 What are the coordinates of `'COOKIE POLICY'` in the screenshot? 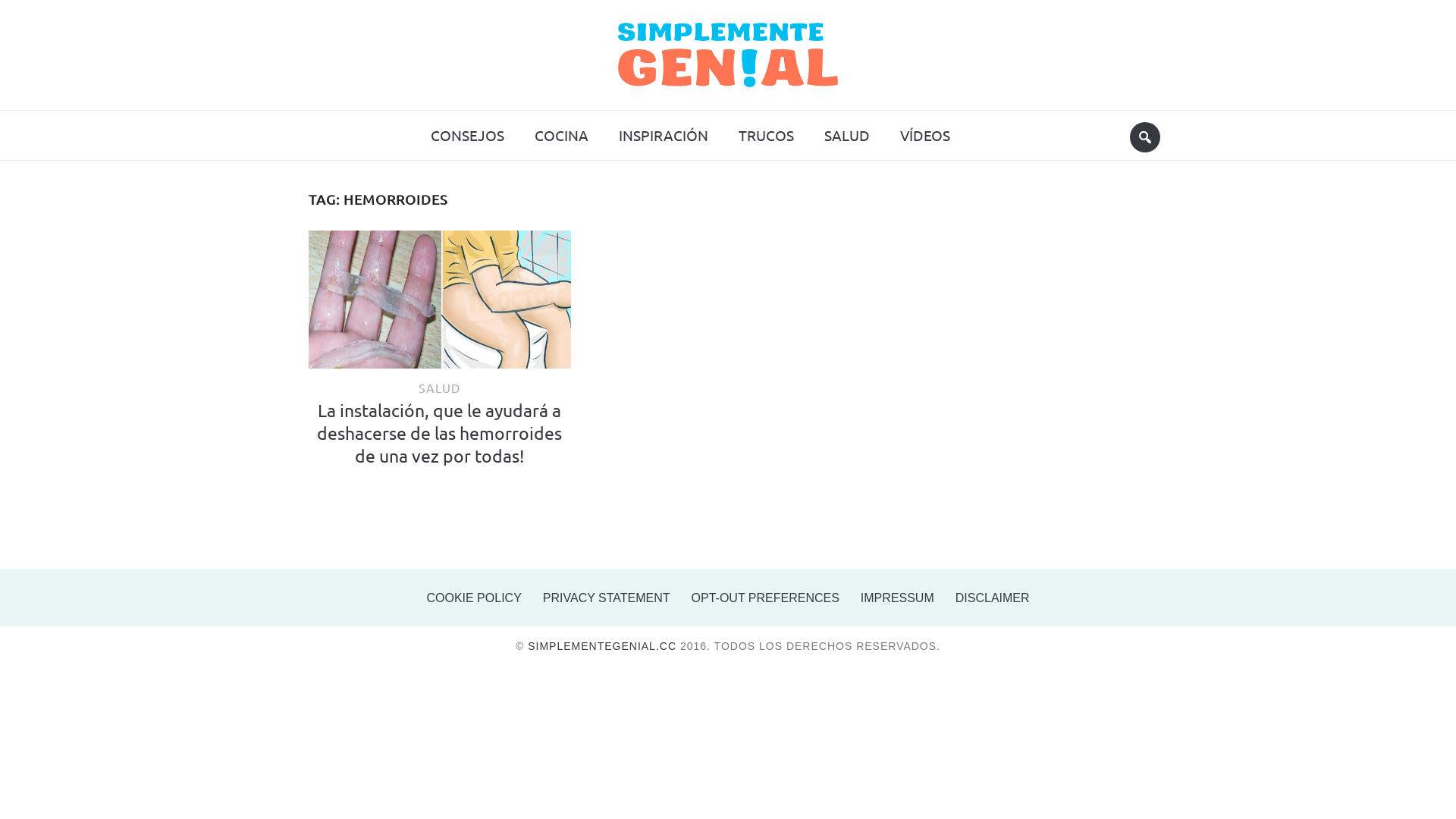 It's located at (472, 597).